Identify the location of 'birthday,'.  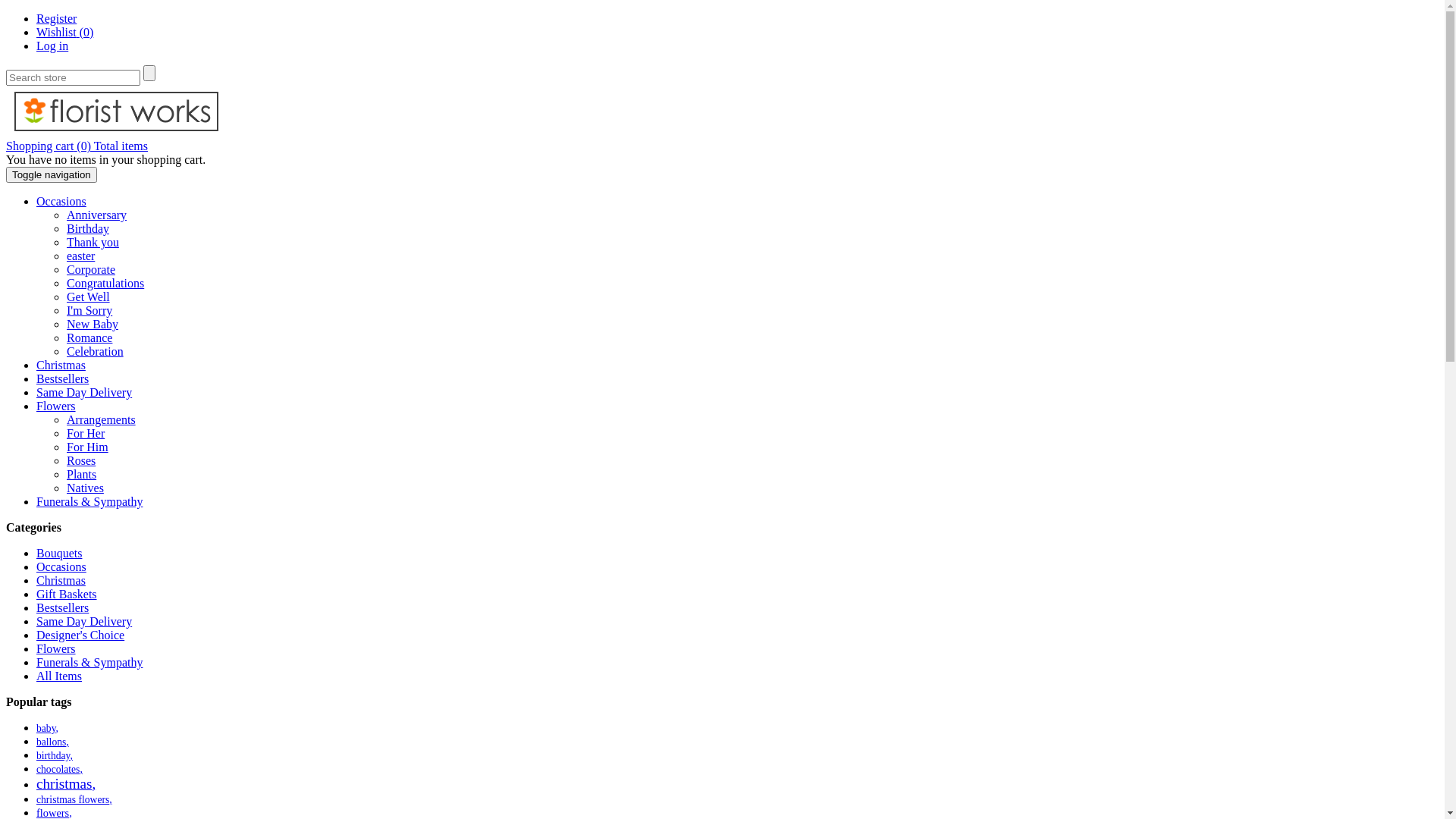
(55, 755).